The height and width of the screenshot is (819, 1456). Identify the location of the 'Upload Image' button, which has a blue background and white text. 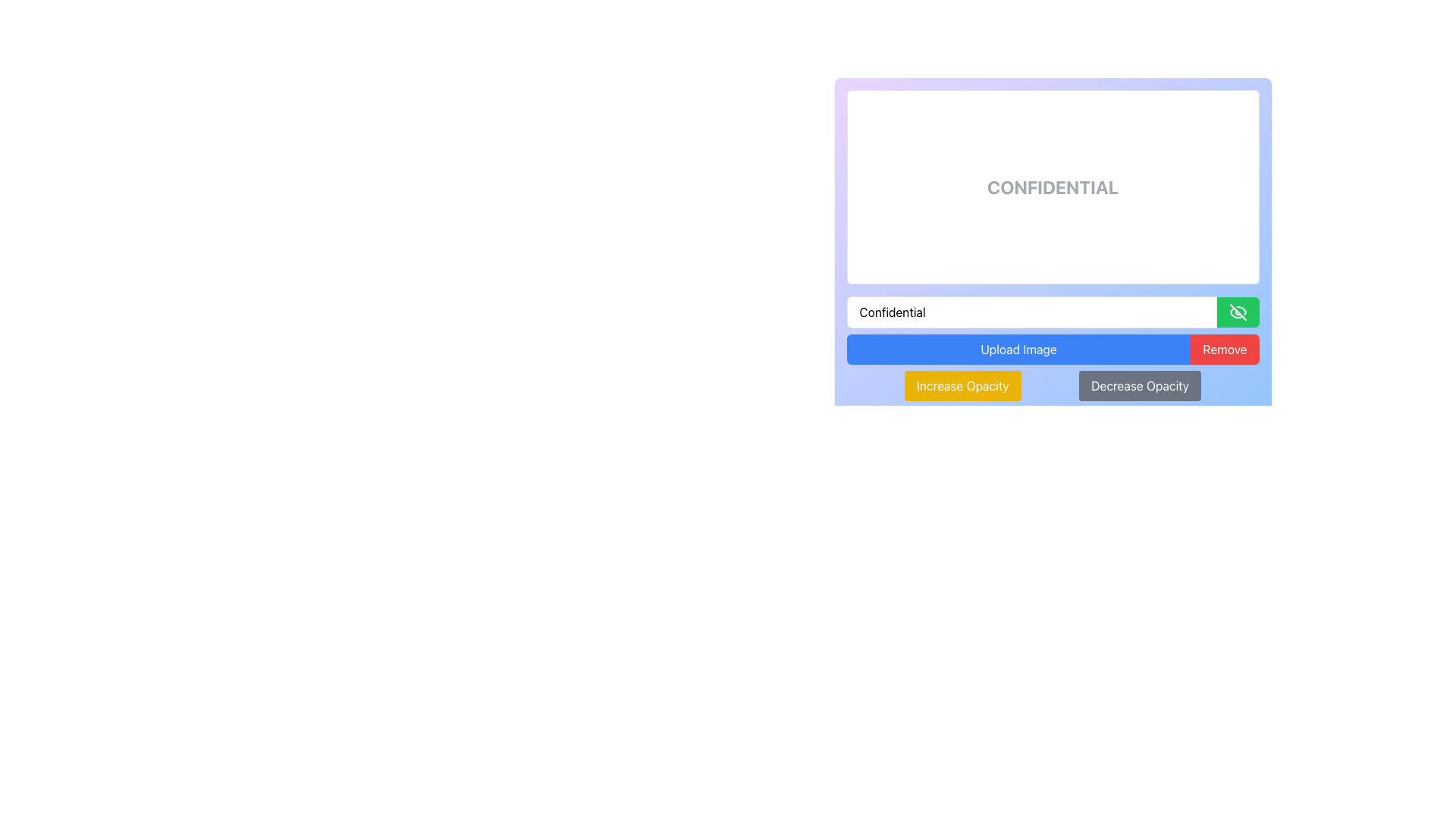
(1052, 350).